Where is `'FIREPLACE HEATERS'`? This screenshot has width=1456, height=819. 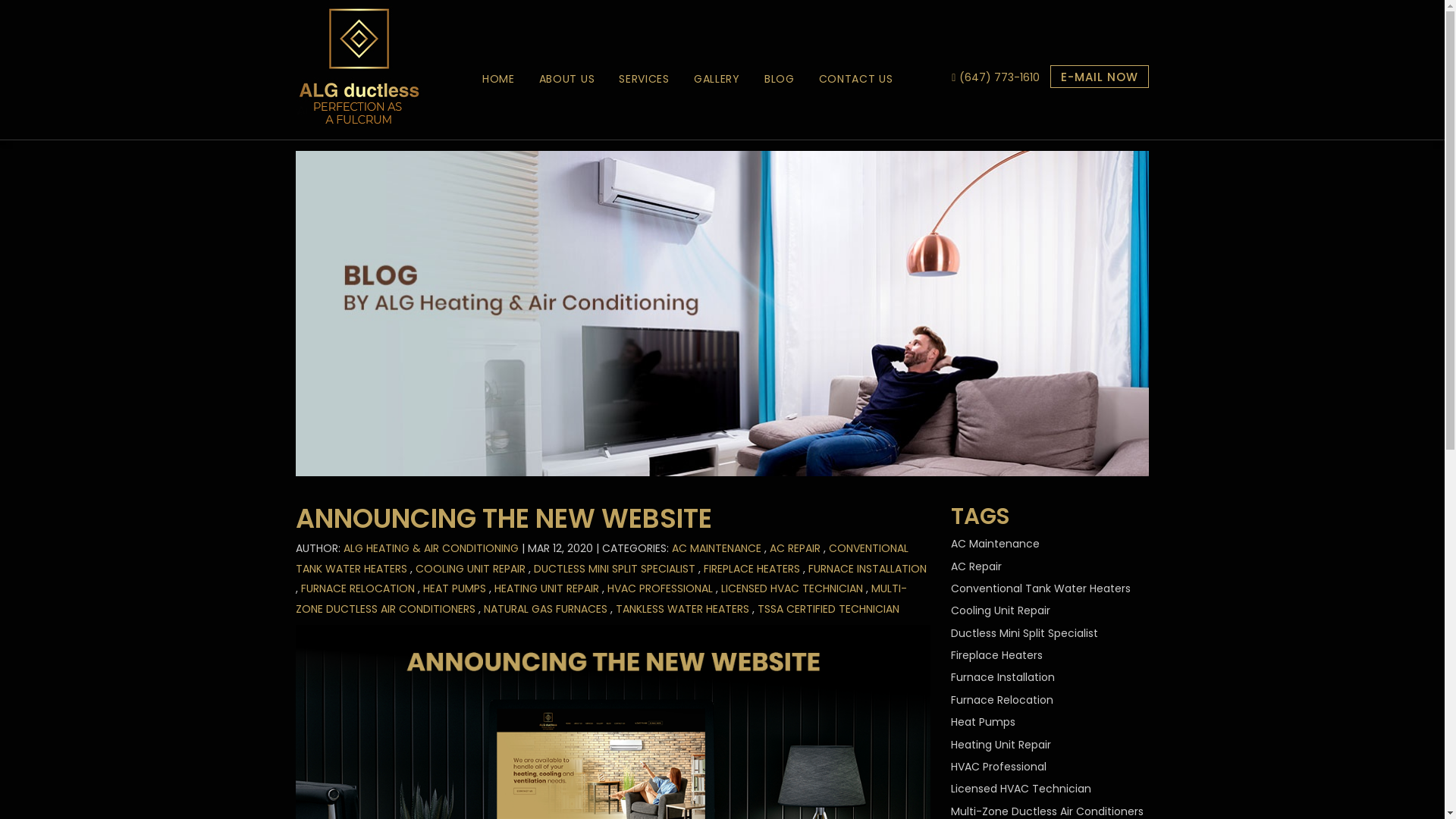
'FIREPLACE HEATERS' is located at coordinates (752, 568).